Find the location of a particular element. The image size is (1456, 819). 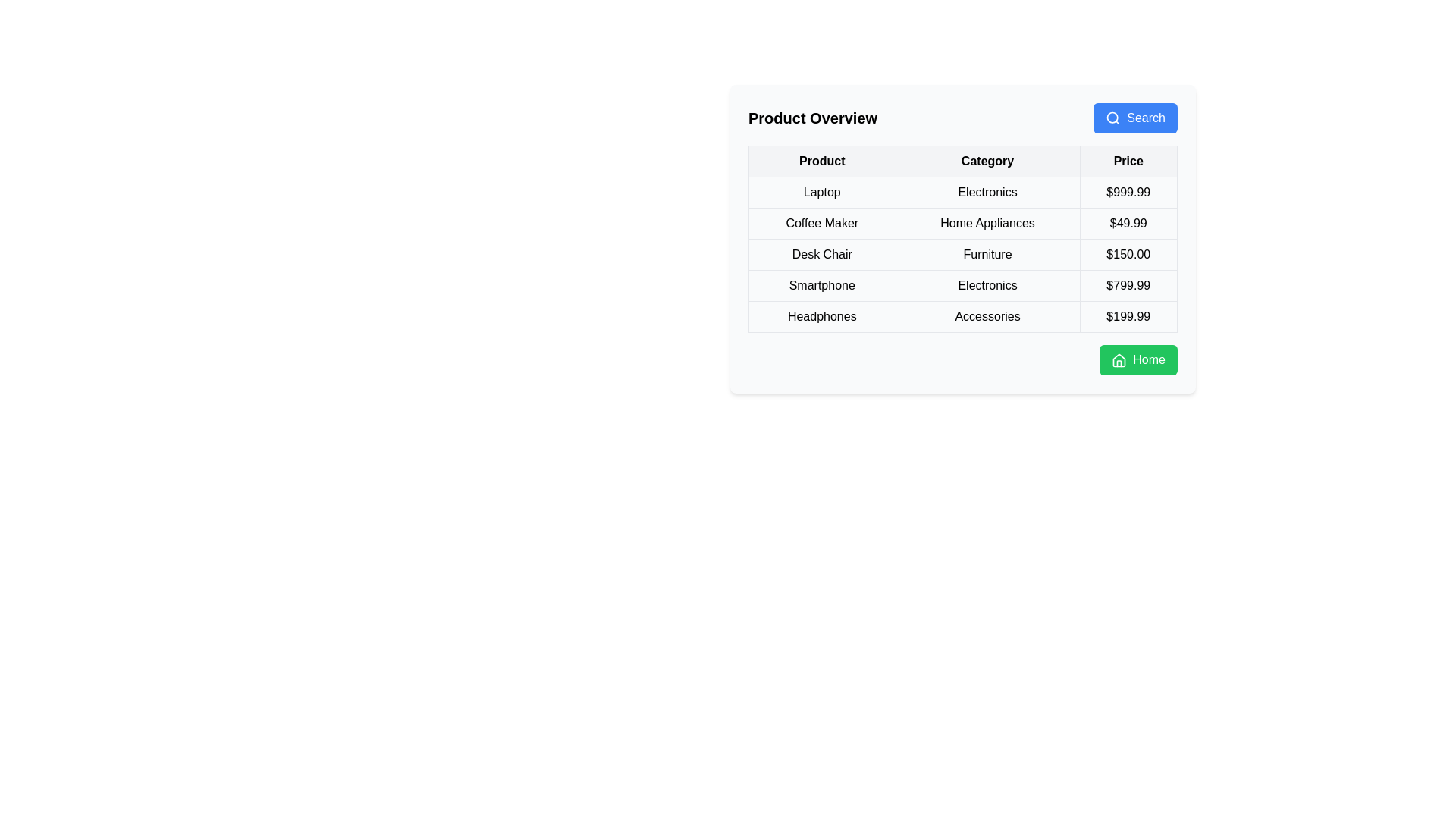

the Table Header that labels the first column of a table, providing context for the product names below it is located at coordinates (821, 161).